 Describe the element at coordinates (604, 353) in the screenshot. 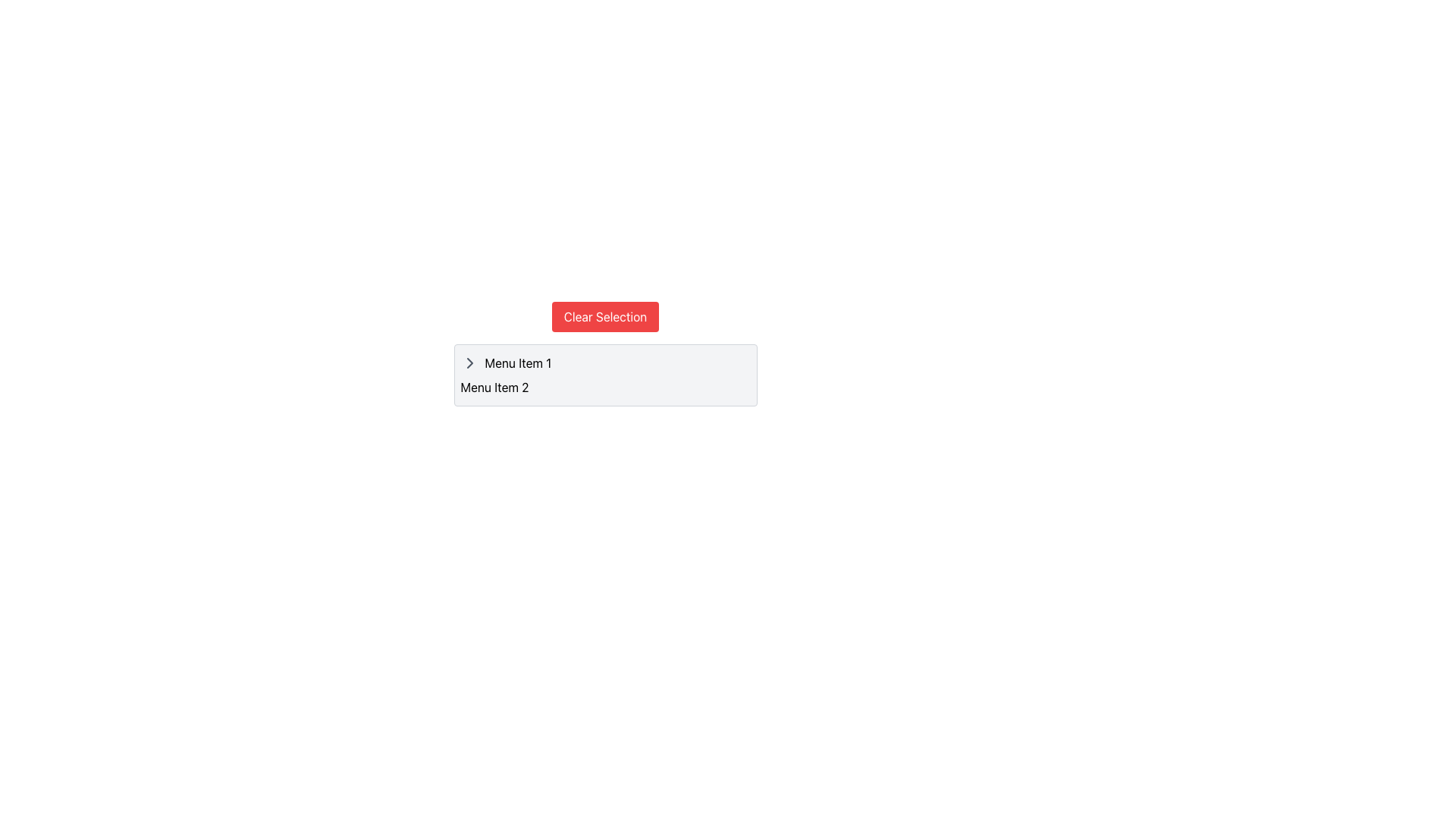

I see `the Dropdown menu containing 'Menu Item 1' and 'Menu Item 2'` at that location.